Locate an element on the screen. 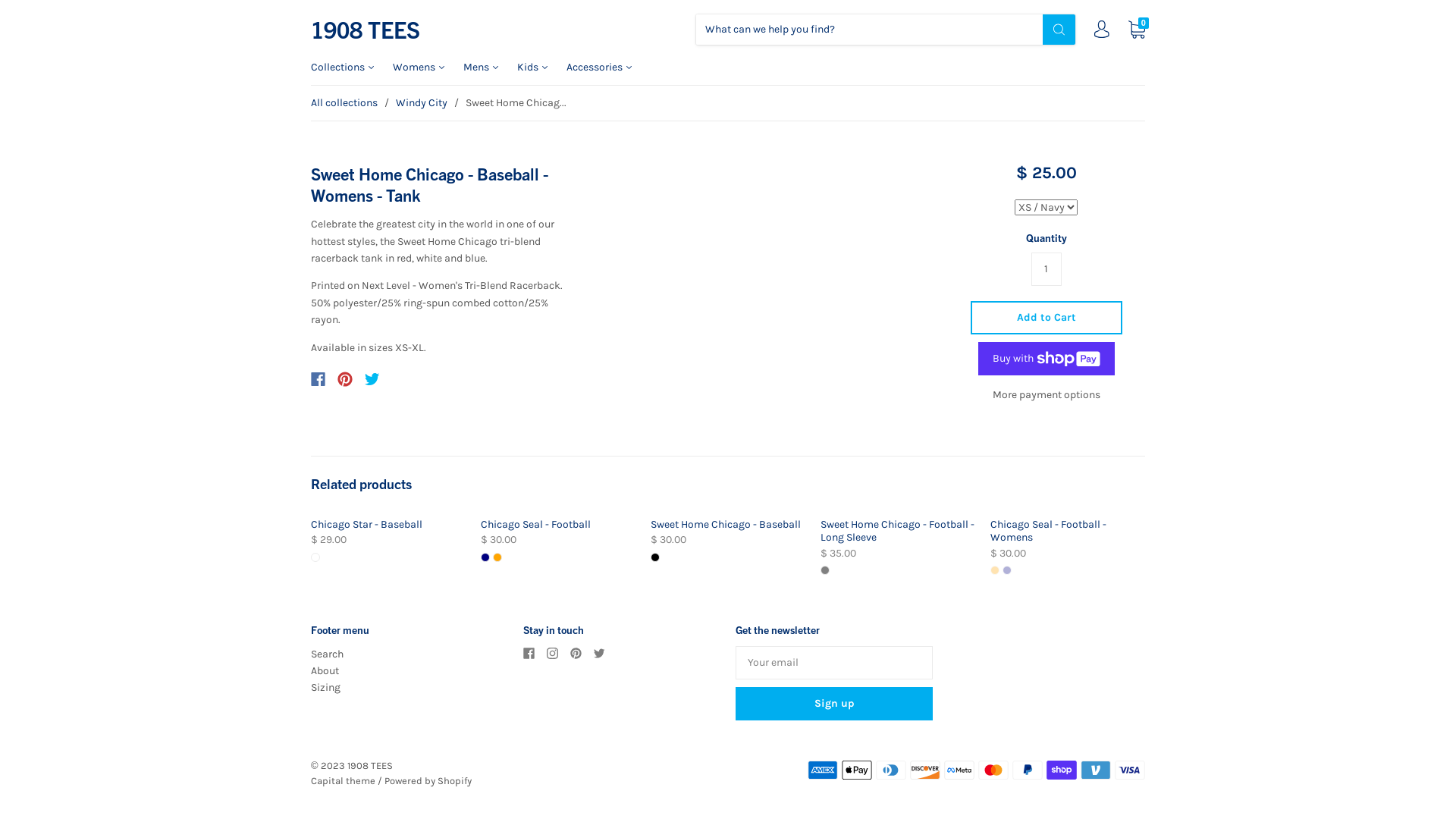 The image size is (1456, 819). '1908 TEES' is located at coordinates (370, 765).